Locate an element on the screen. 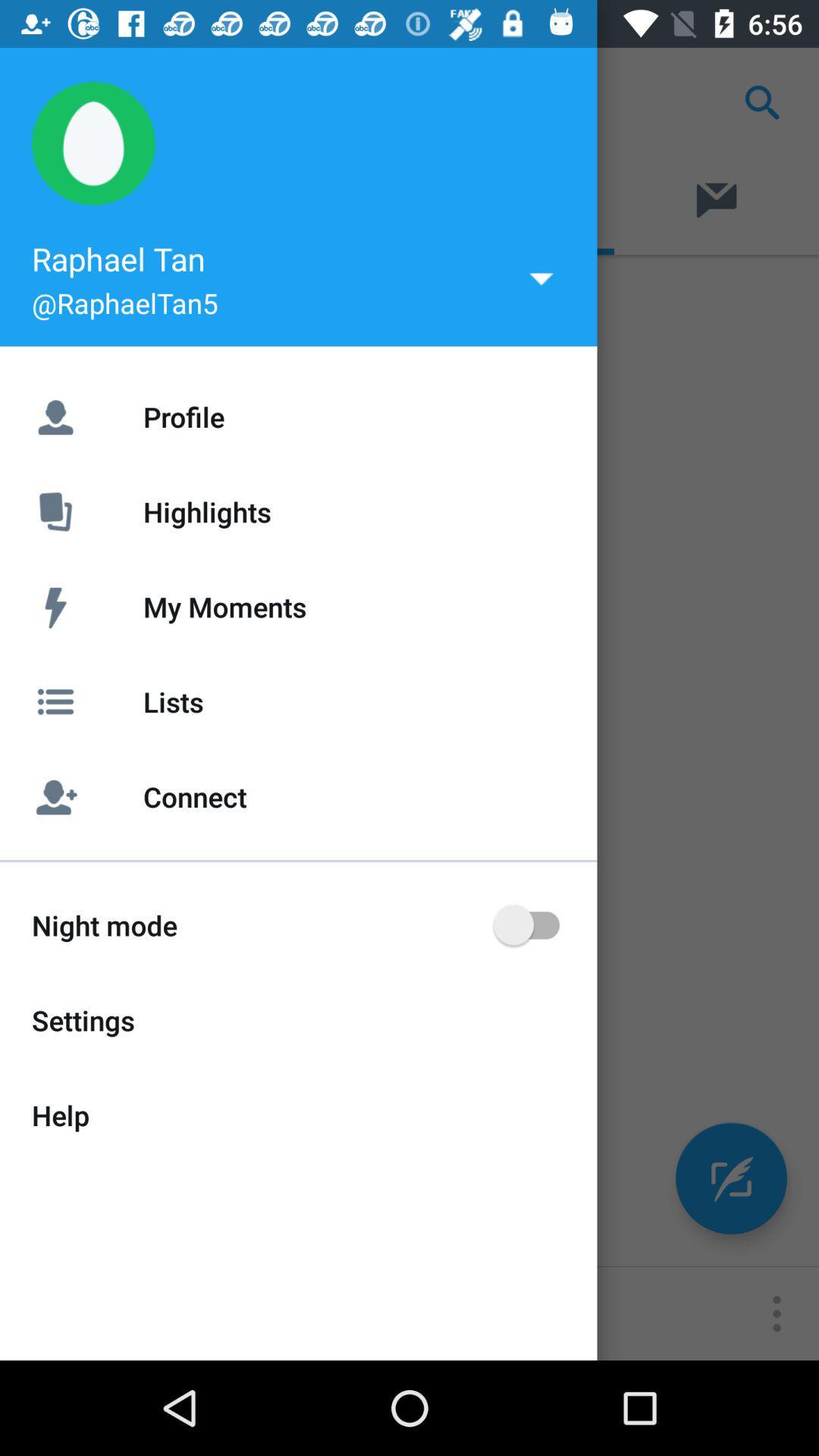  the edit icon is located at coordinates (730, 1178).